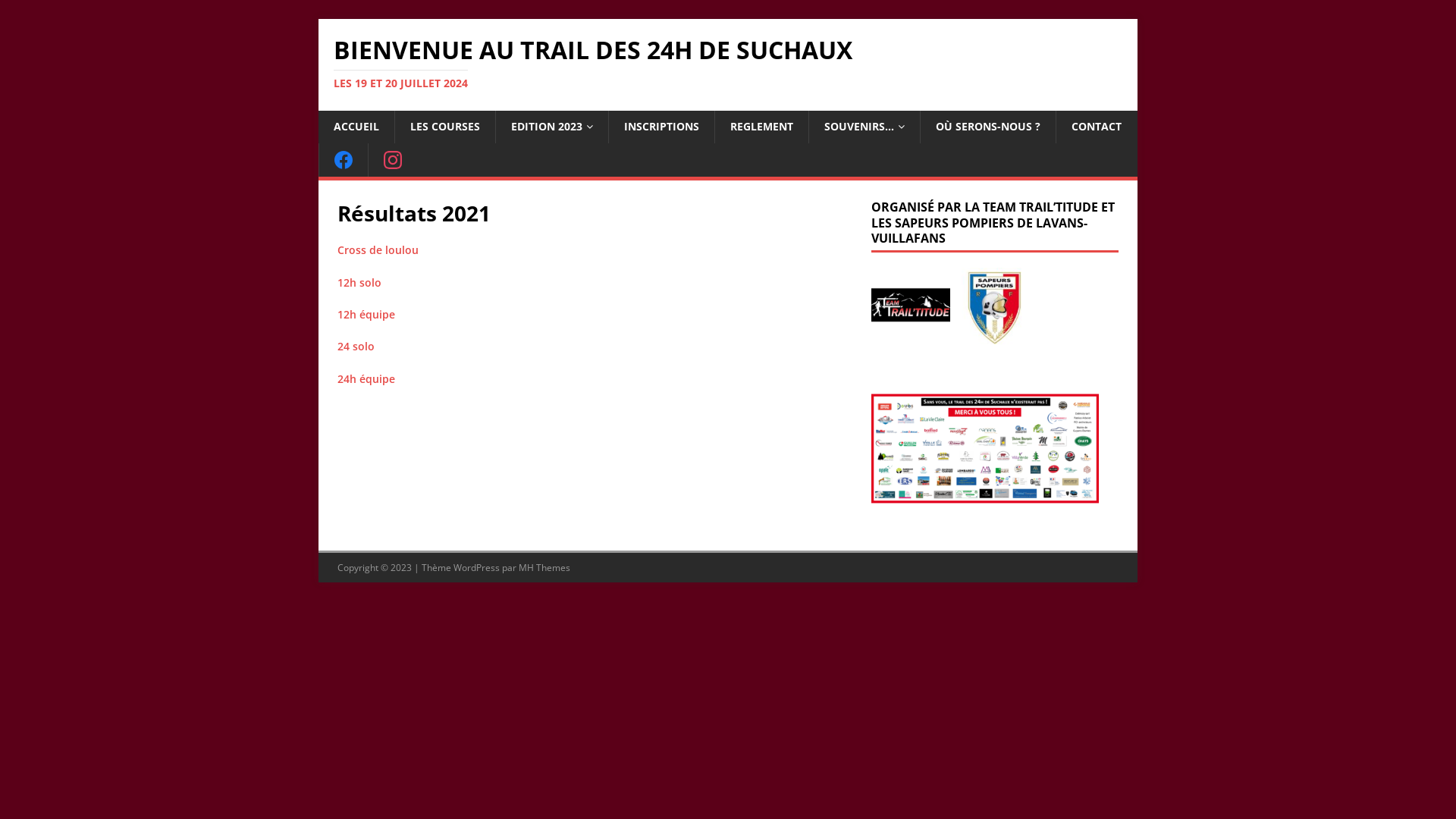 The image size is (1456, 819). Describe the element at coordinates (519, 567) in the screenshot. I see `'MH Themes'` at that location.